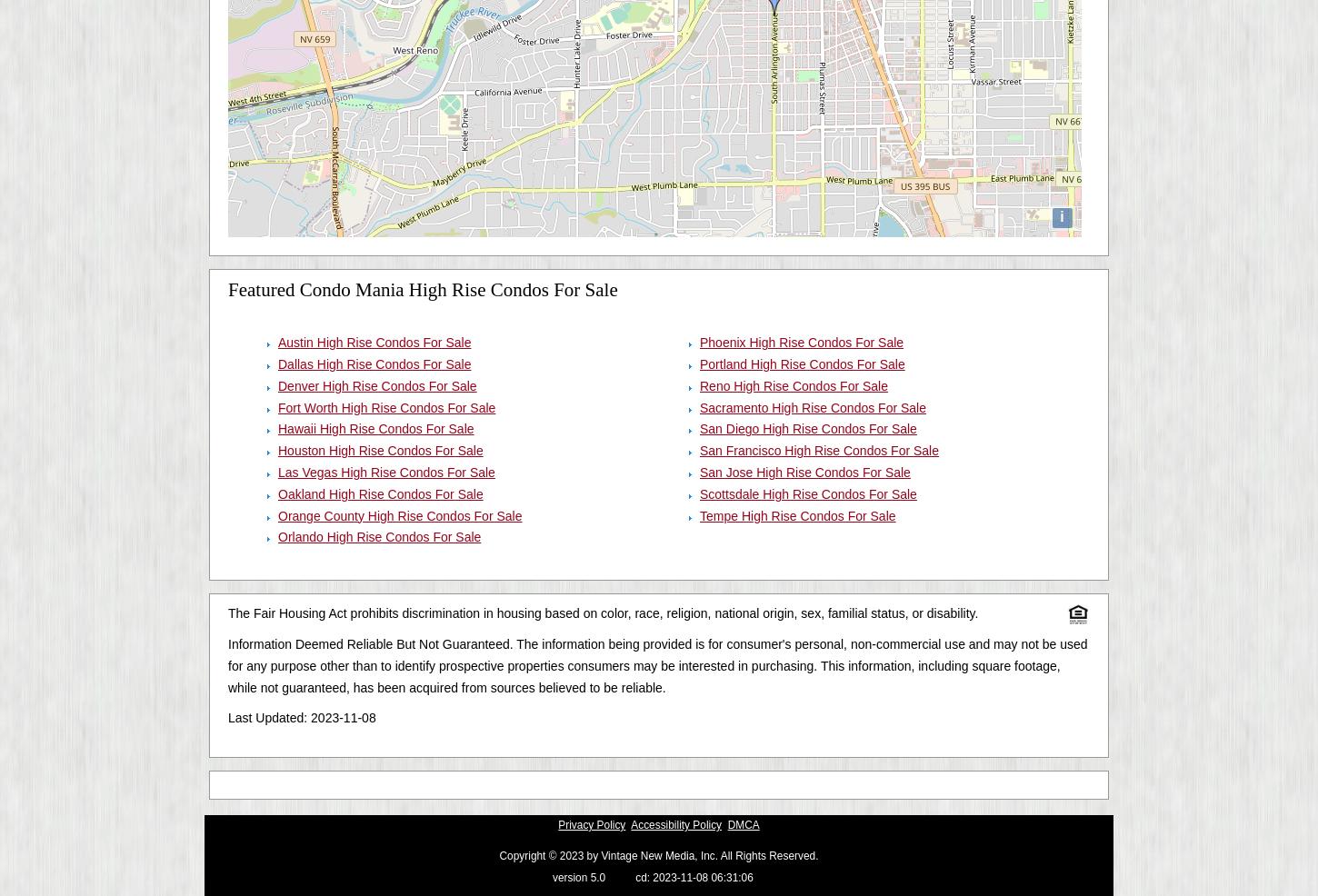  I want to click on 'San Francisco High Rise Condos For Sale', so click(818, 449).